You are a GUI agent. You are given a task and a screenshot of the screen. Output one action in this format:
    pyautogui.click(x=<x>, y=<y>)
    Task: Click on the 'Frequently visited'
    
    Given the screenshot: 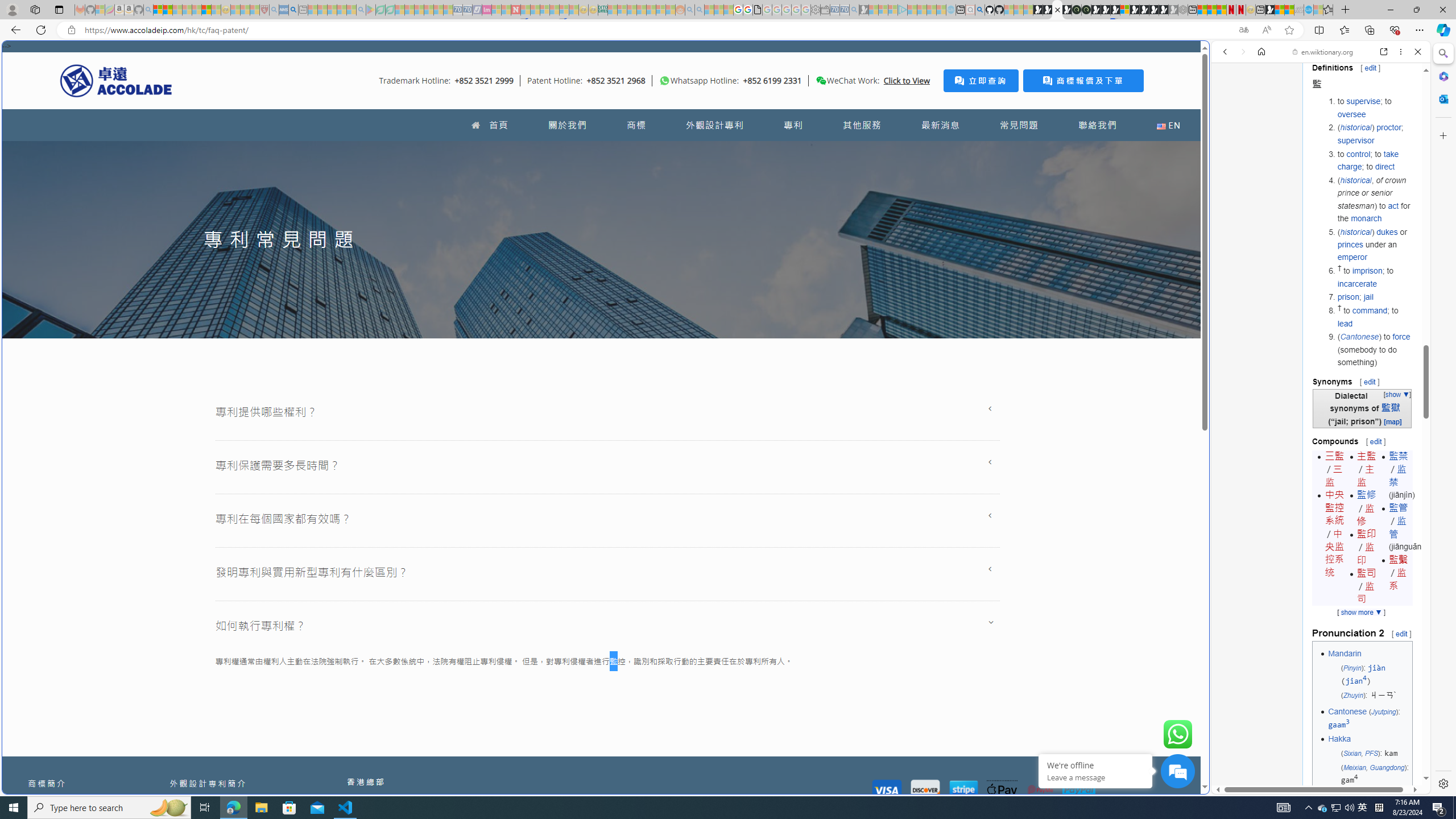 What is the action you would take?
    pyautogui.click(x=965, y=151)
    